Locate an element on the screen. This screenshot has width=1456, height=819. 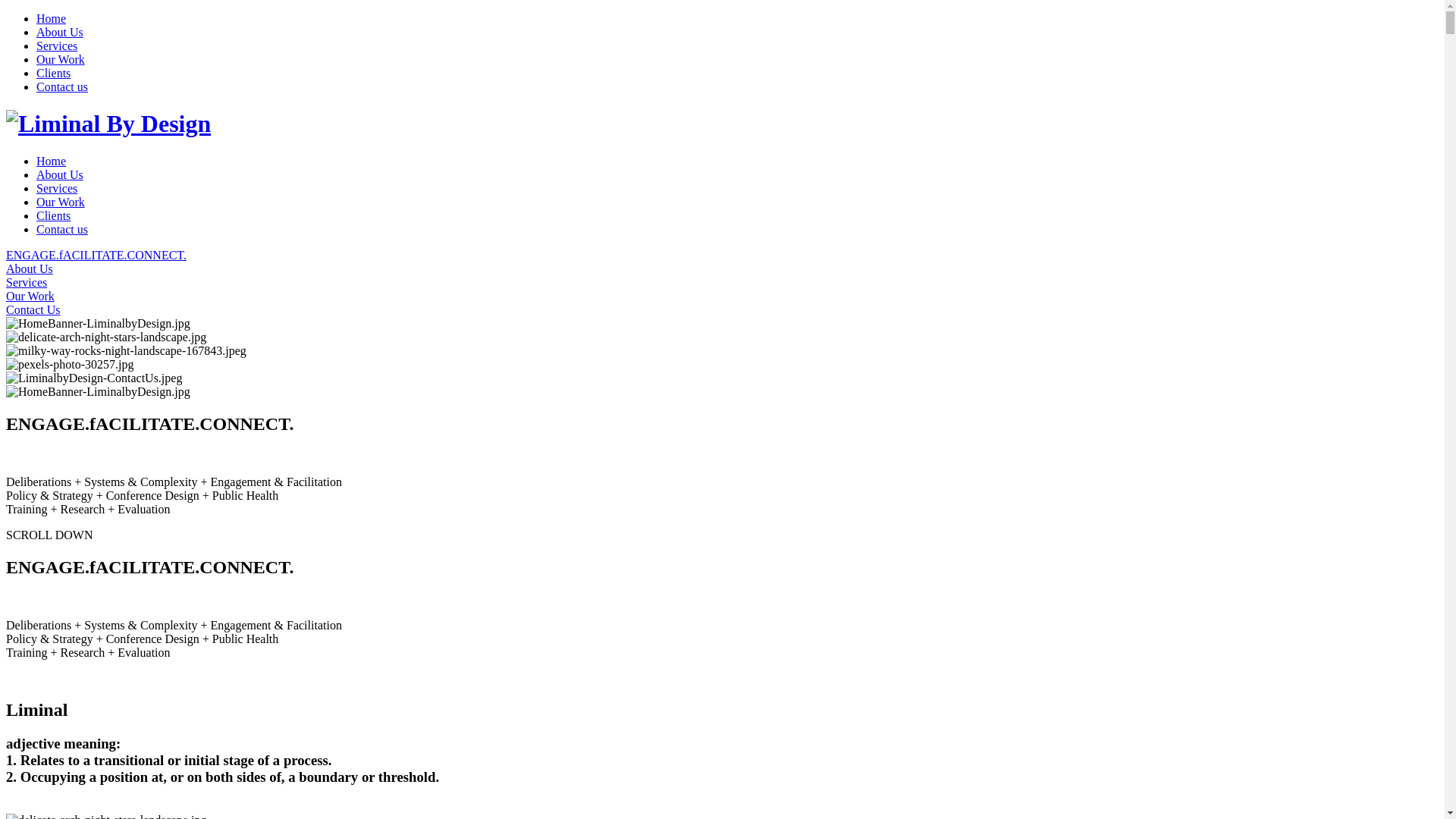
'Clients' is located at coordinates (53, 215).